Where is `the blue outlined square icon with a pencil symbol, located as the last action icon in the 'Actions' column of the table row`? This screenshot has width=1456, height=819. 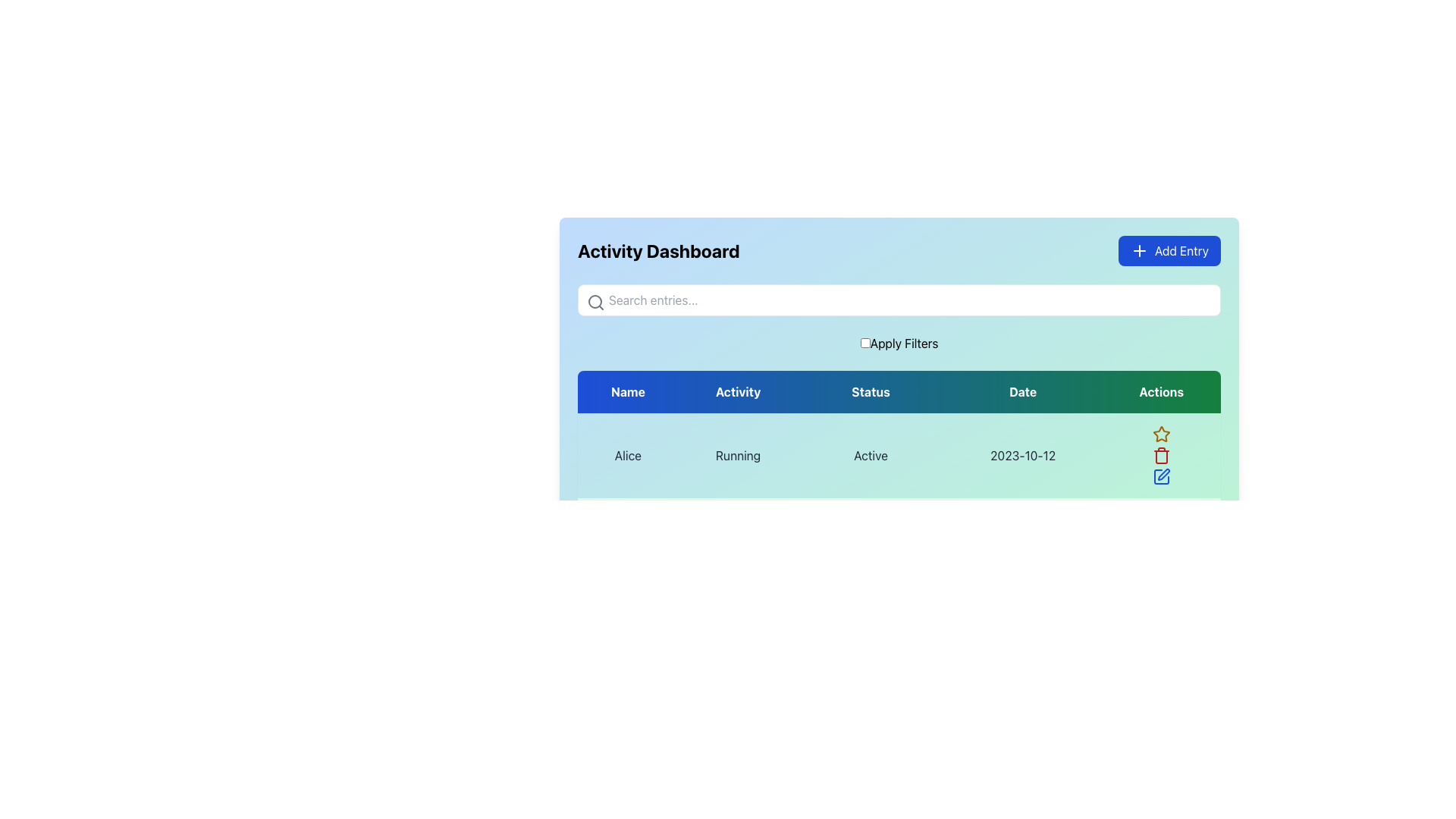 the blue outlined square icon with a pencil symbol, located as the last action icon in the 'Actions' column of the table row is located at coordinates (1160, 475).